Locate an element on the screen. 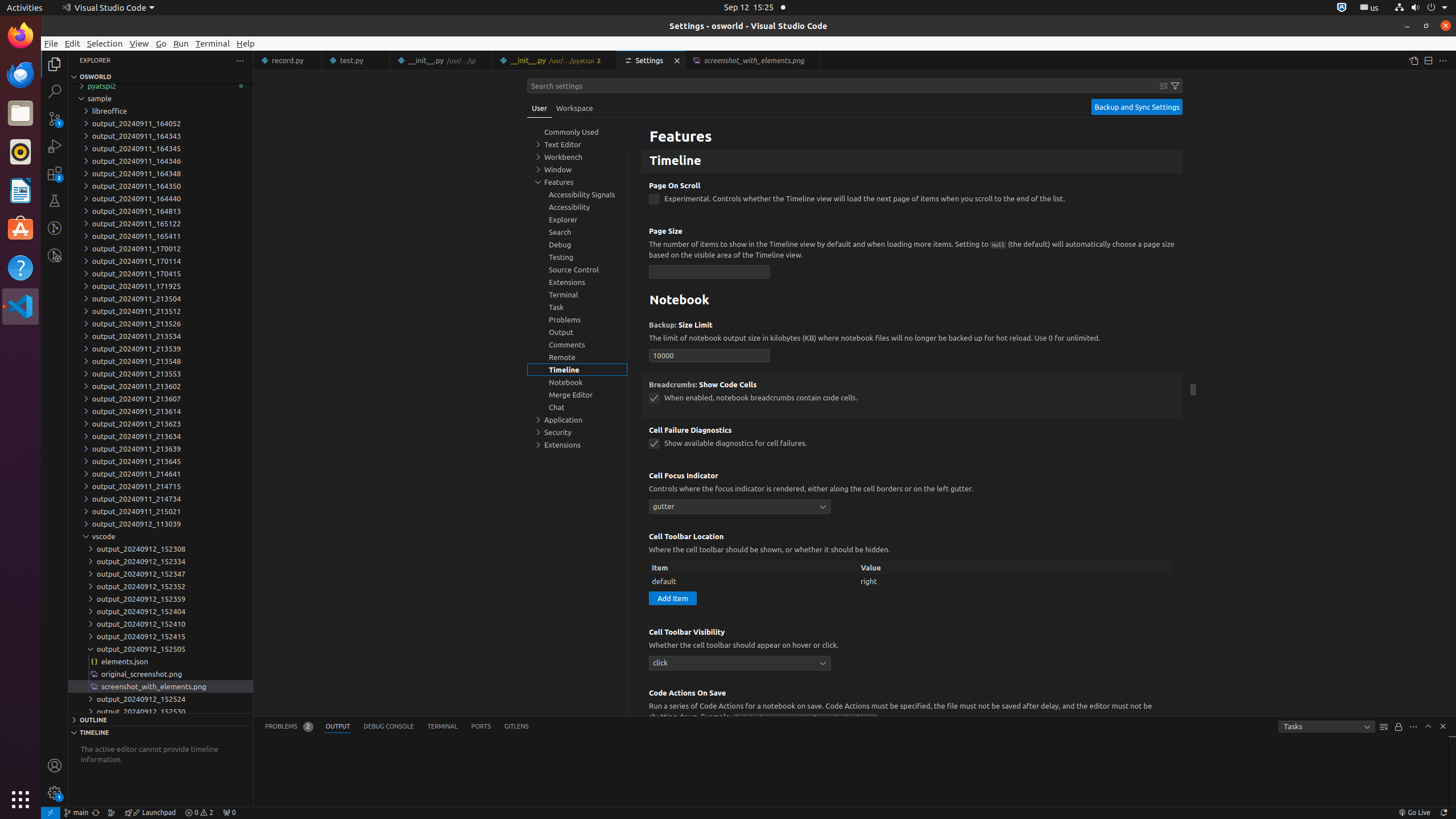  'Close (Ctrl+W)' is located at coordinates (812, 60).